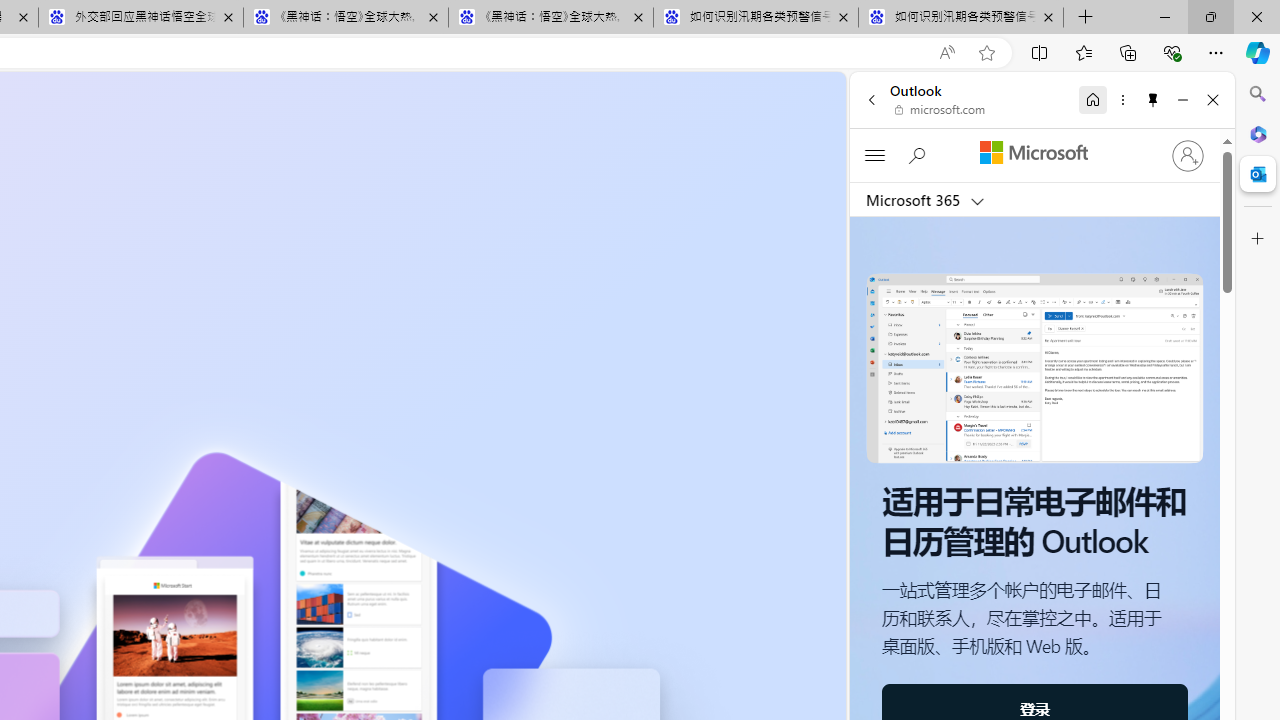  I want to click on 'More options', so click(1122, 99).